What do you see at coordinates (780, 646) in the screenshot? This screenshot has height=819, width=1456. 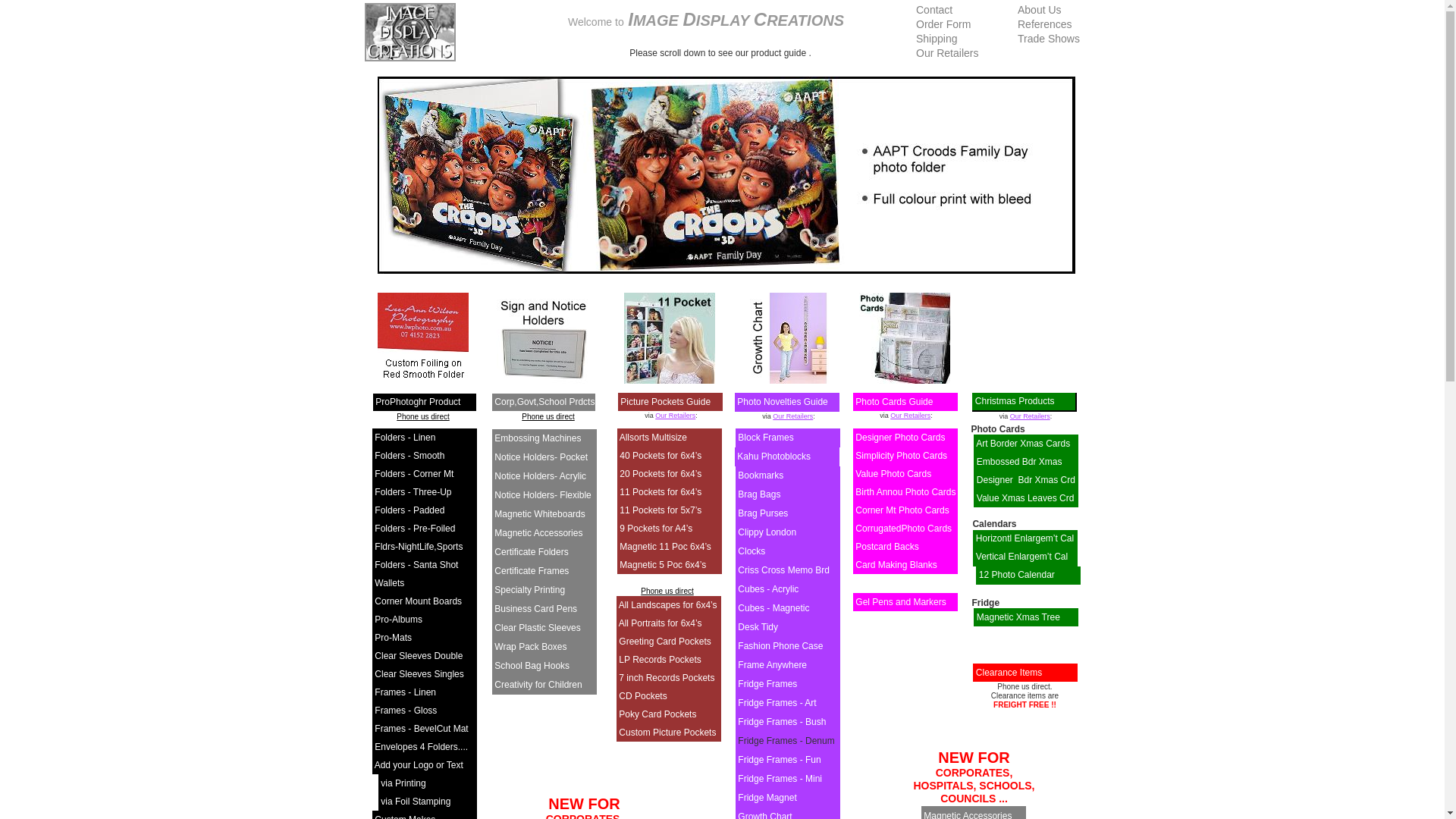 I see `'Fashion Phone Case'` at bounding box center [780, 646].